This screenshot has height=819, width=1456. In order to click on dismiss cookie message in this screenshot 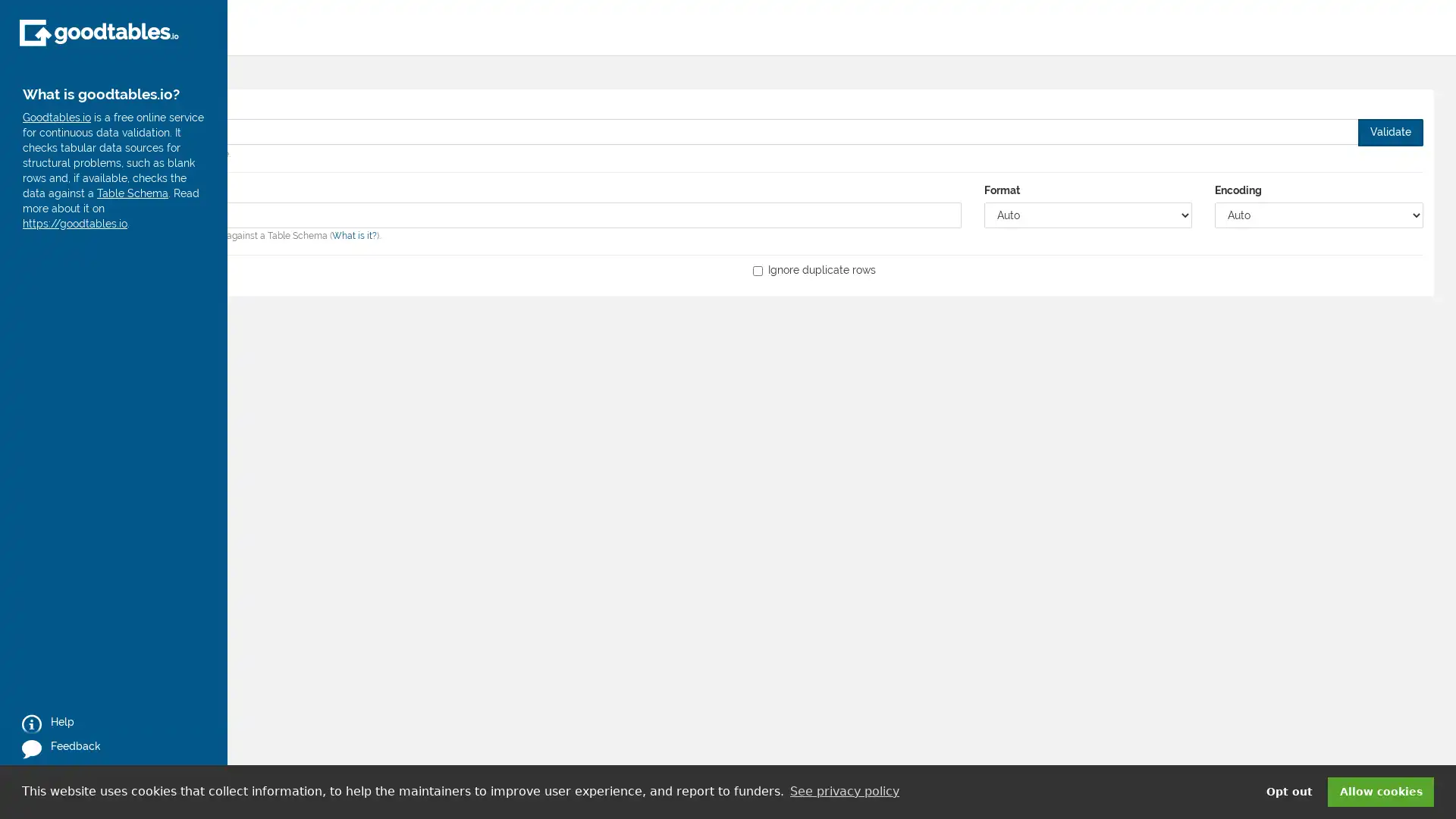, I will do `click(1380, 791)`.